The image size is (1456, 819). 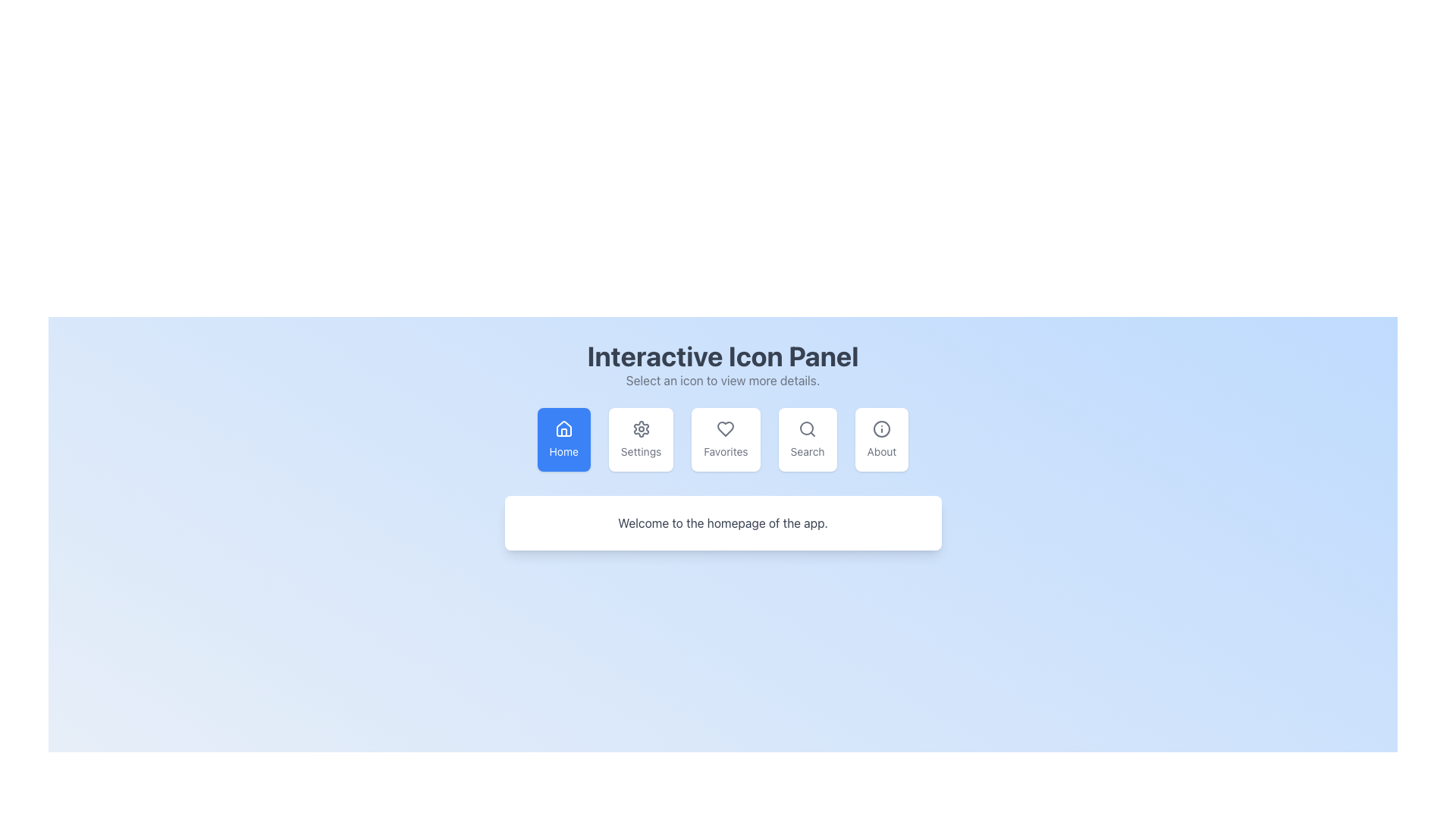 I want to click on the heart-shaped icon labeled 'Favorites', so click(x=725, y=429).